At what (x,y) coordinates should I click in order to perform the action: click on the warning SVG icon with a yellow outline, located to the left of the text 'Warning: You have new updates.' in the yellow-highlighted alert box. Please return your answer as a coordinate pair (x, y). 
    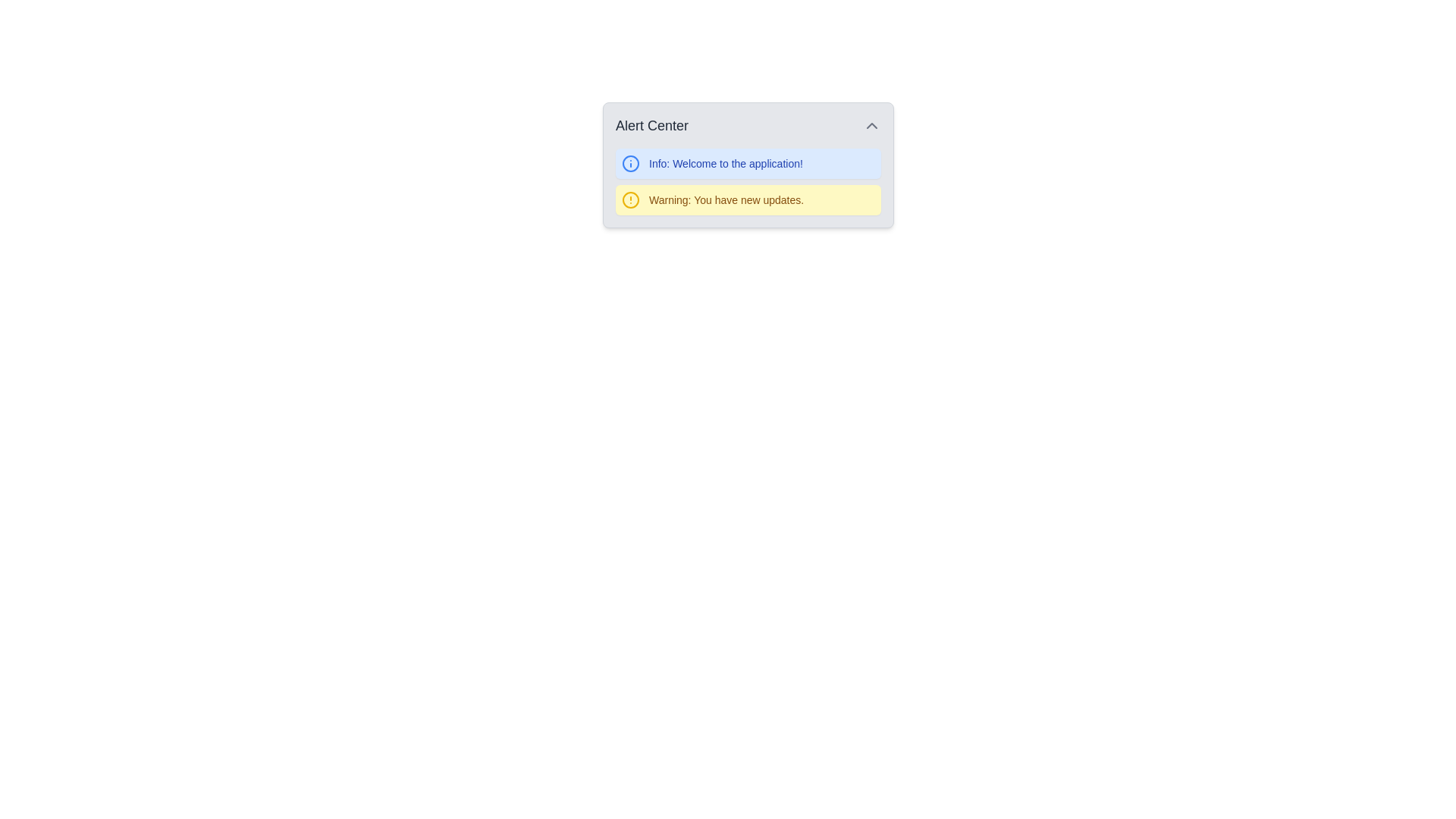
    Looking at the image, I should click on (630, 199).